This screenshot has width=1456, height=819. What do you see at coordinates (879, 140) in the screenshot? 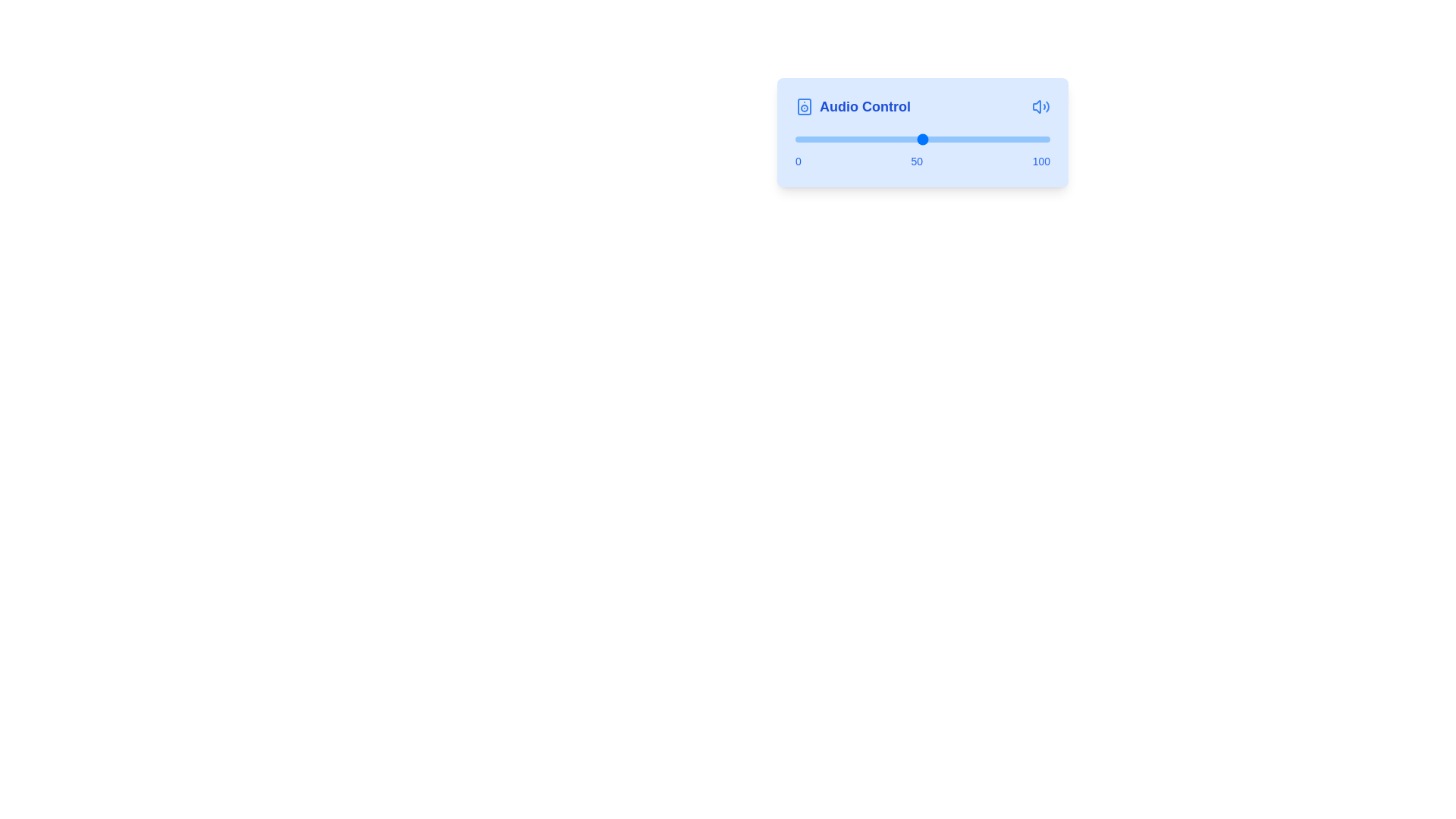
I see `the audio level` at bounding box center [879, 140].